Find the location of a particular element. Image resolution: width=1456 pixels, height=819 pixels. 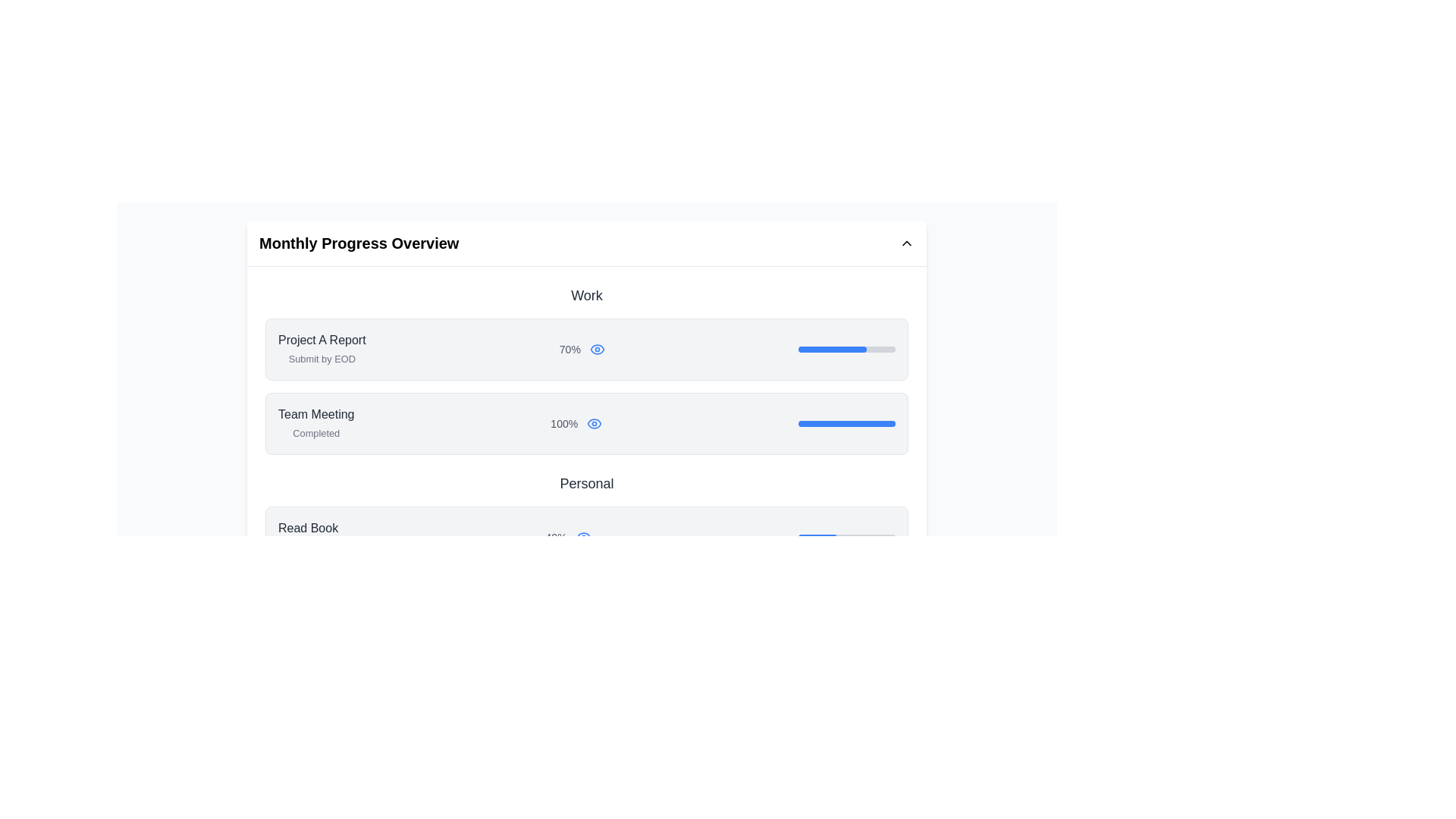

the eye-shaped icon outlined in blue, which is located to the right of the '100%' text within the 'Team Meeting' row under the 'Work' section is located at coordinates (594, 424).